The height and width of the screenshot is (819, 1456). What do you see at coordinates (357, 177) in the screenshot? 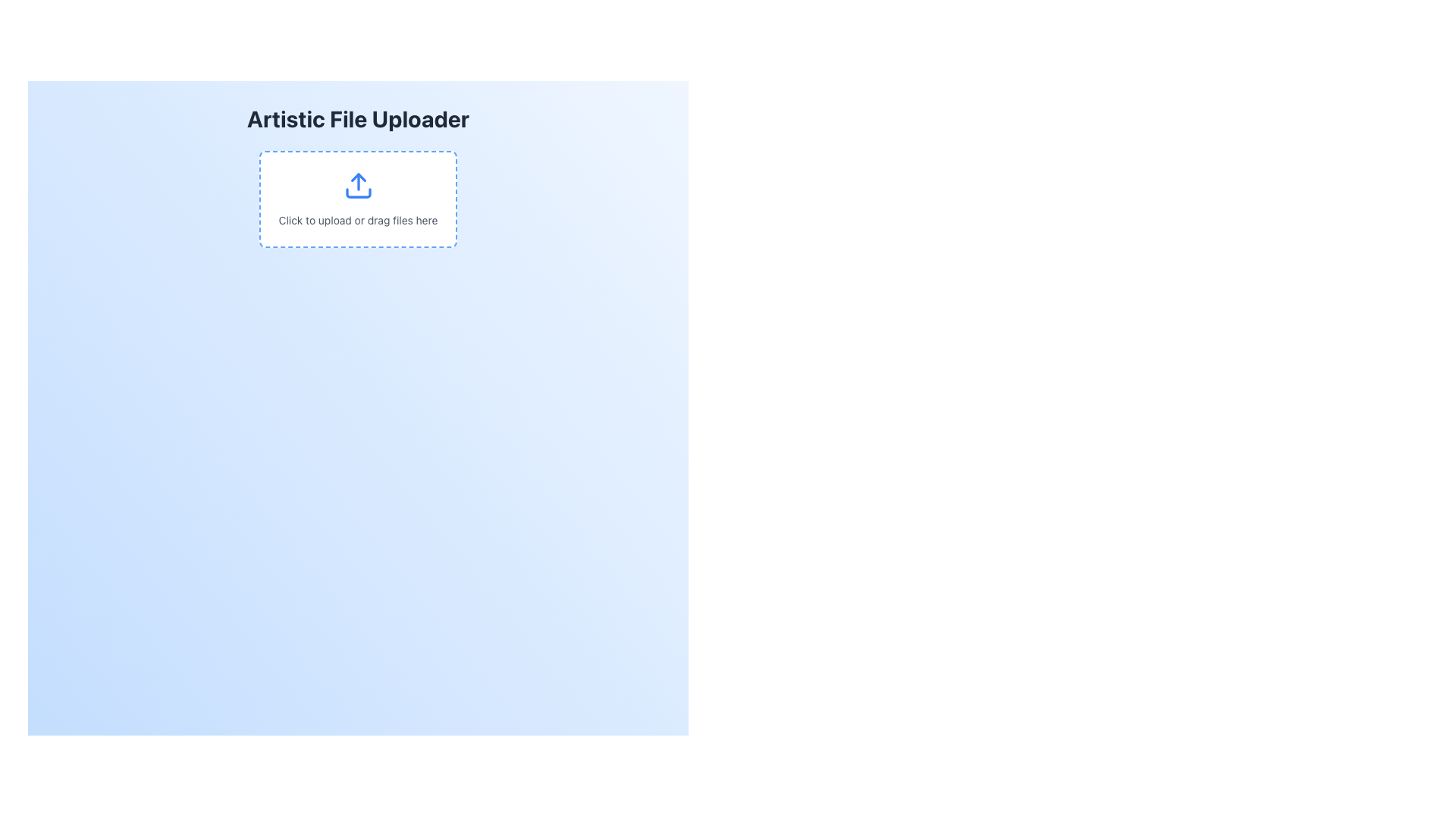
I see `the graphical icon component that represents the upward direction of the upload action, located at the top center of the upload area under the 'Artistic File Uploader' title` at bounding box center [357, 177].